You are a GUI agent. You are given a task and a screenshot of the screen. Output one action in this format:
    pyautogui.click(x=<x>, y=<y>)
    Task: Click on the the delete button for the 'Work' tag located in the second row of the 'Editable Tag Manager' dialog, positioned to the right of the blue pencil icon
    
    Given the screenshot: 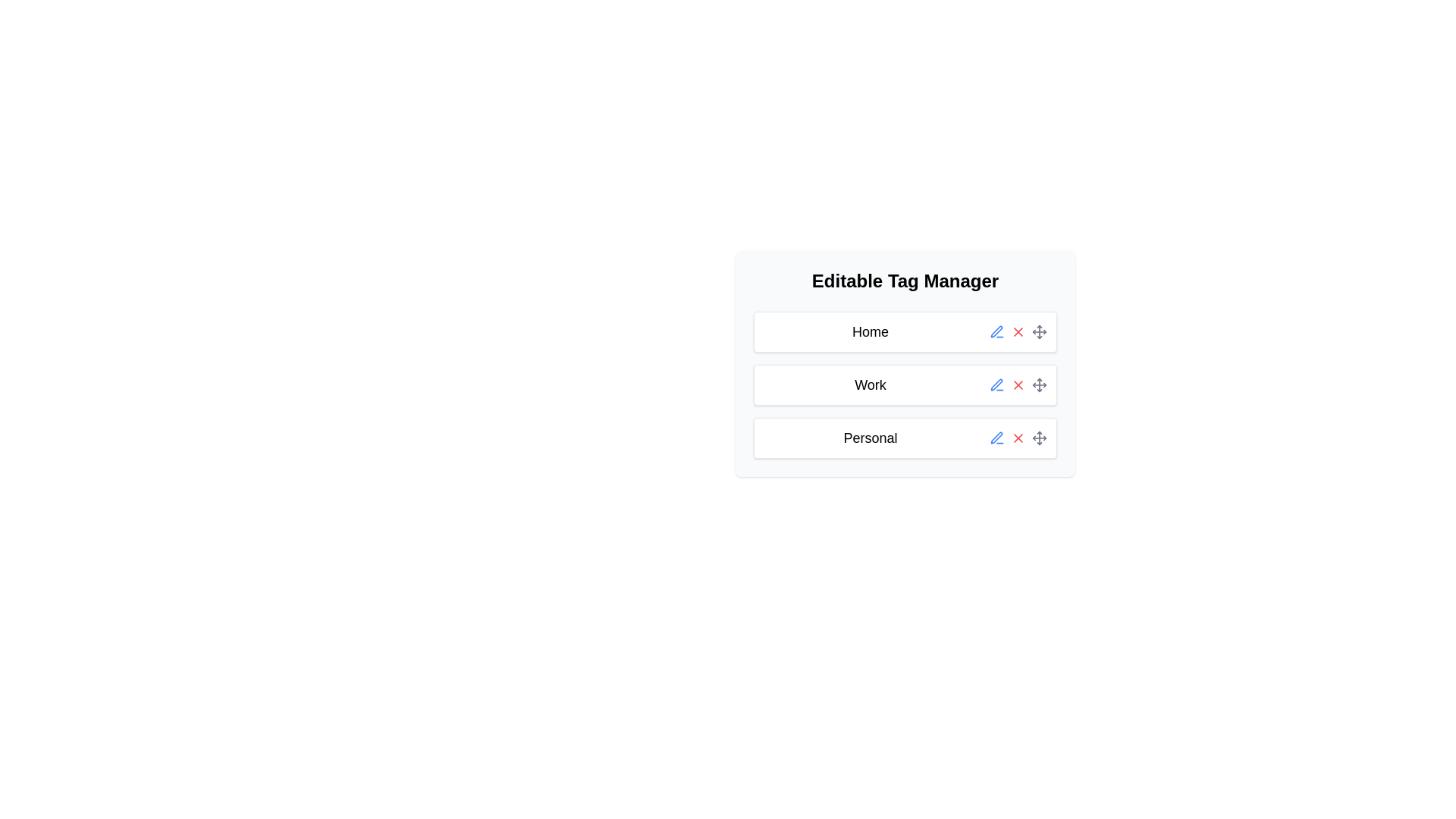 What is the action you would take?
    pyautogui.click(x=1018, y=384)
    